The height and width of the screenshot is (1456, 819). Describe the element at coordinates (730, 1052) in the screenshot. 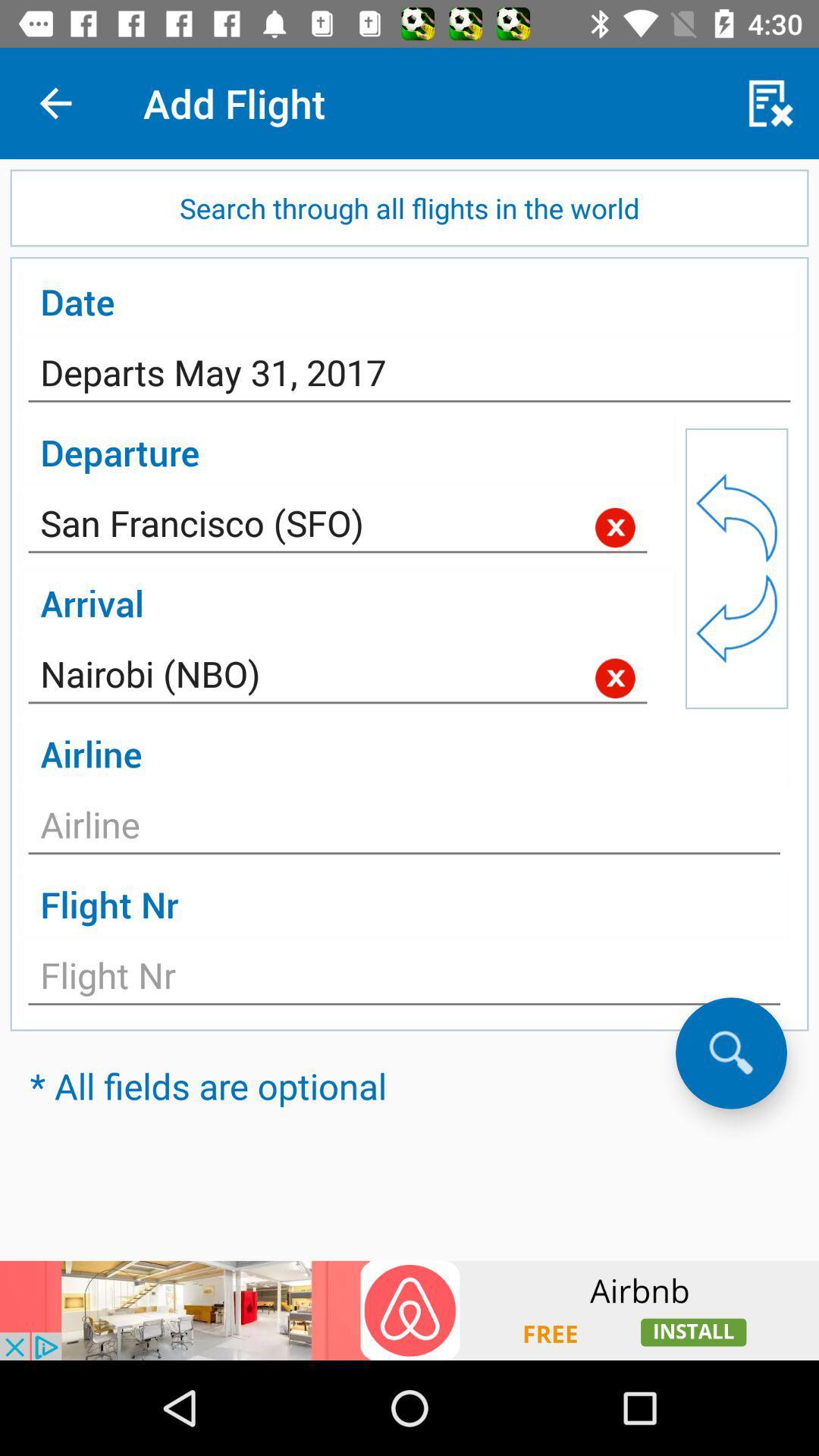

I see `all fields are optional` at that location.